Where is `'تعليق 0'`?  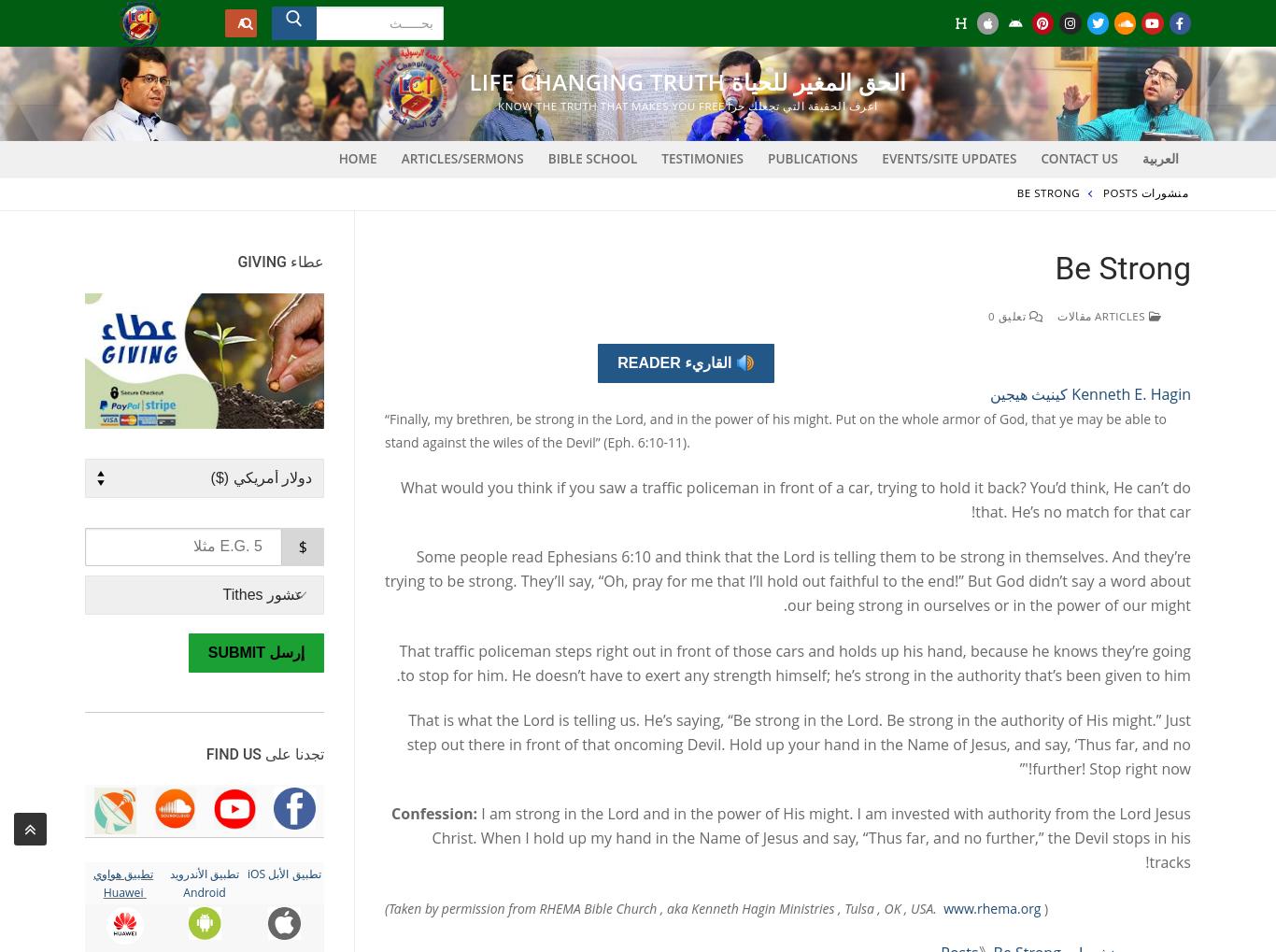 'تعليق 0' is located at coordinates (986, 316).